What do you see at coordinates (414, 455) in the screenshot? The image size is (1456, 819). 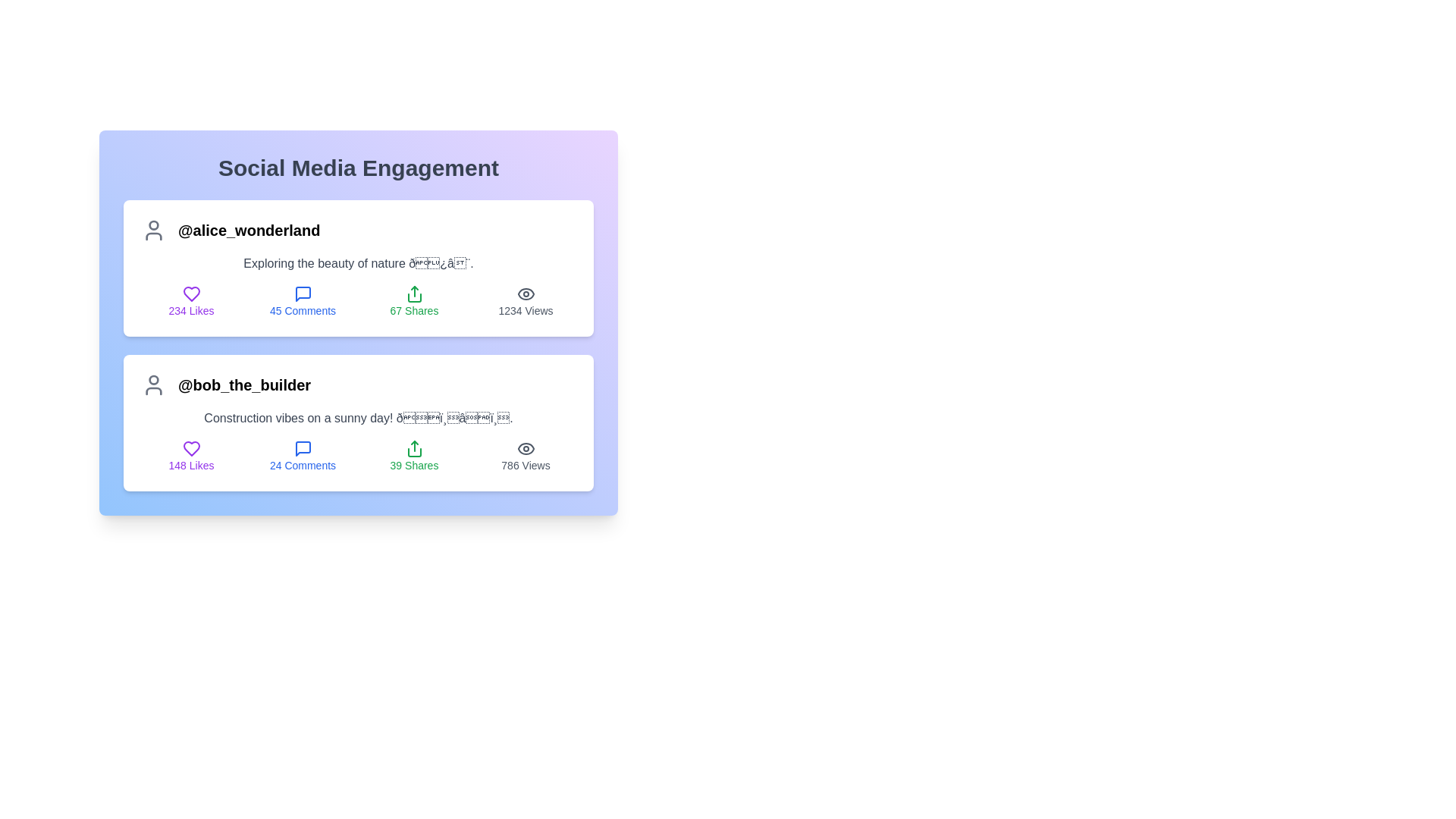 I see `the '39 Shares' button with a green upward arrow icon` at bounding box center [414, 455].